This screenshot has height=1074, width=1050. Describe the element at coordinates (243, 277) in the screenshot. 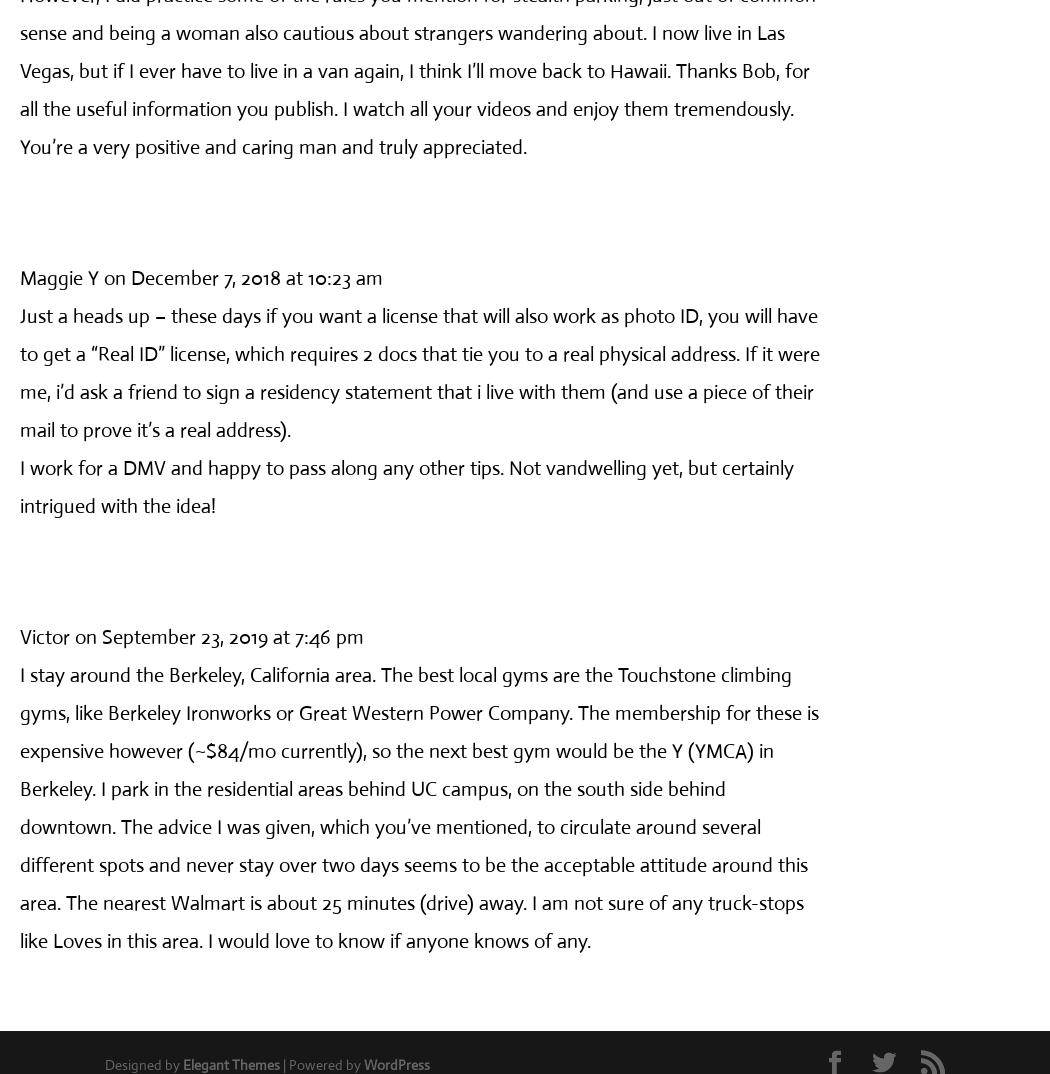

I see `'on December 7, 2018 at 10:23 am'` at that location.